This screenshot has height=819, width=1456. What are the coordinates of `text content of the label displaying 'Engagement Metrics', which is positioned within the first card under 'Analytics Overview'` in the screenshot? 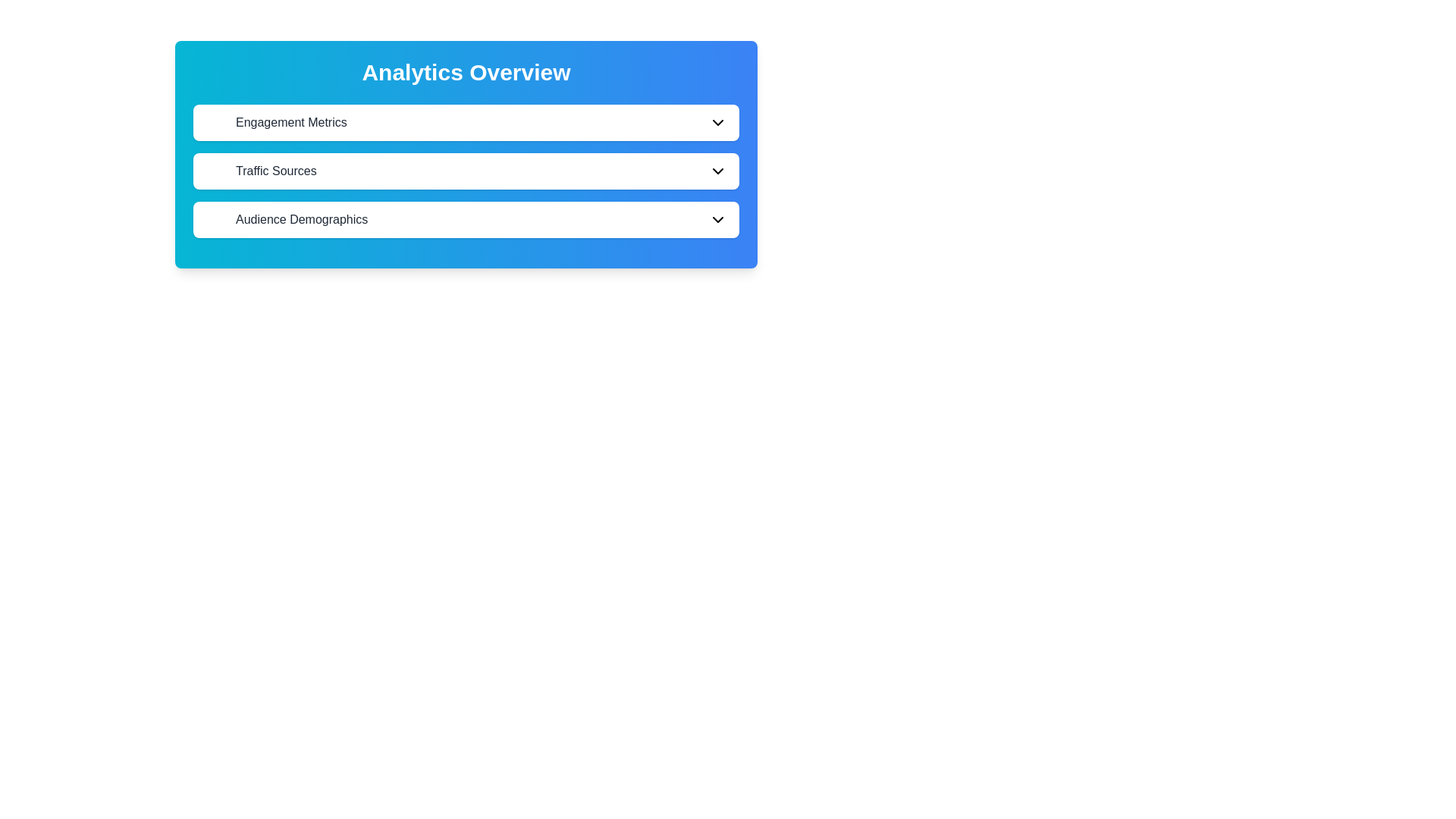 It's located at (276, 122).